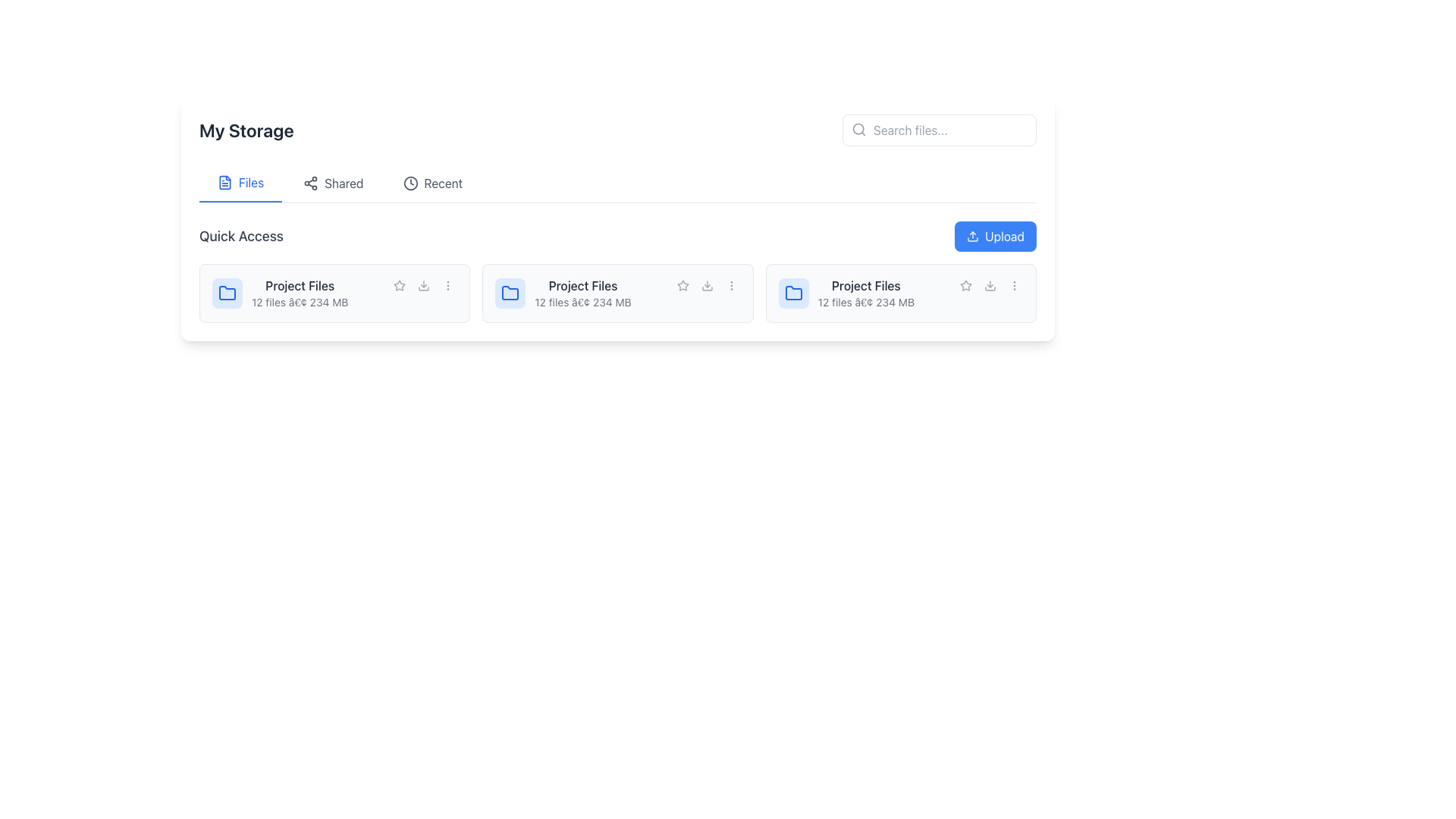 The width and height of the screenshot is (1456, 819). I want to click on the star-shaped icon button with a hollow gray outline located at the top-center of the card layout, so click(682, 286).